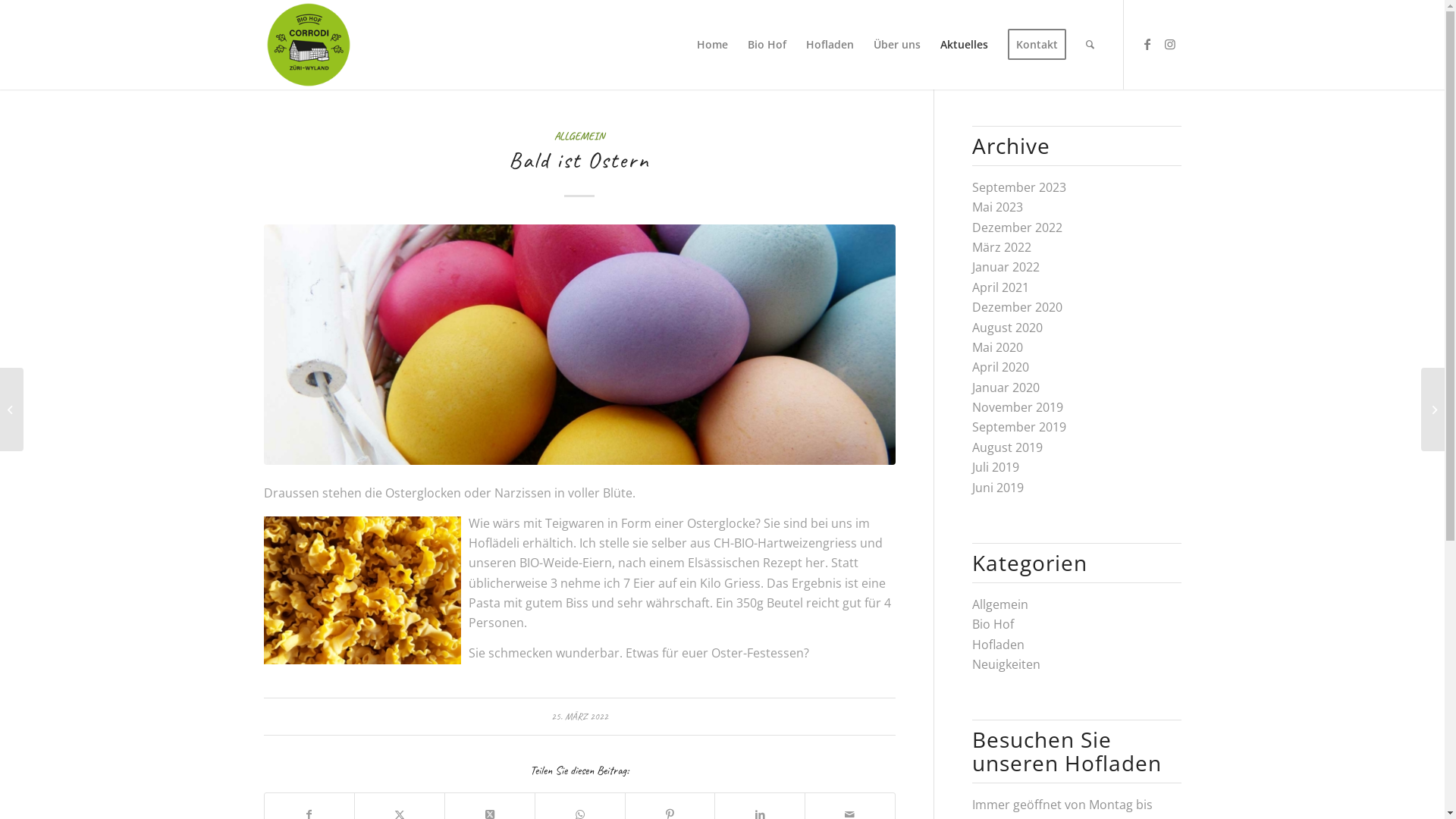 Image resolution: width=1456 pixels, height=819 pixels. What do you see at coordinates (711, 43) in the screenshot?
I see `'Home'` at bounding box center [711, 43].